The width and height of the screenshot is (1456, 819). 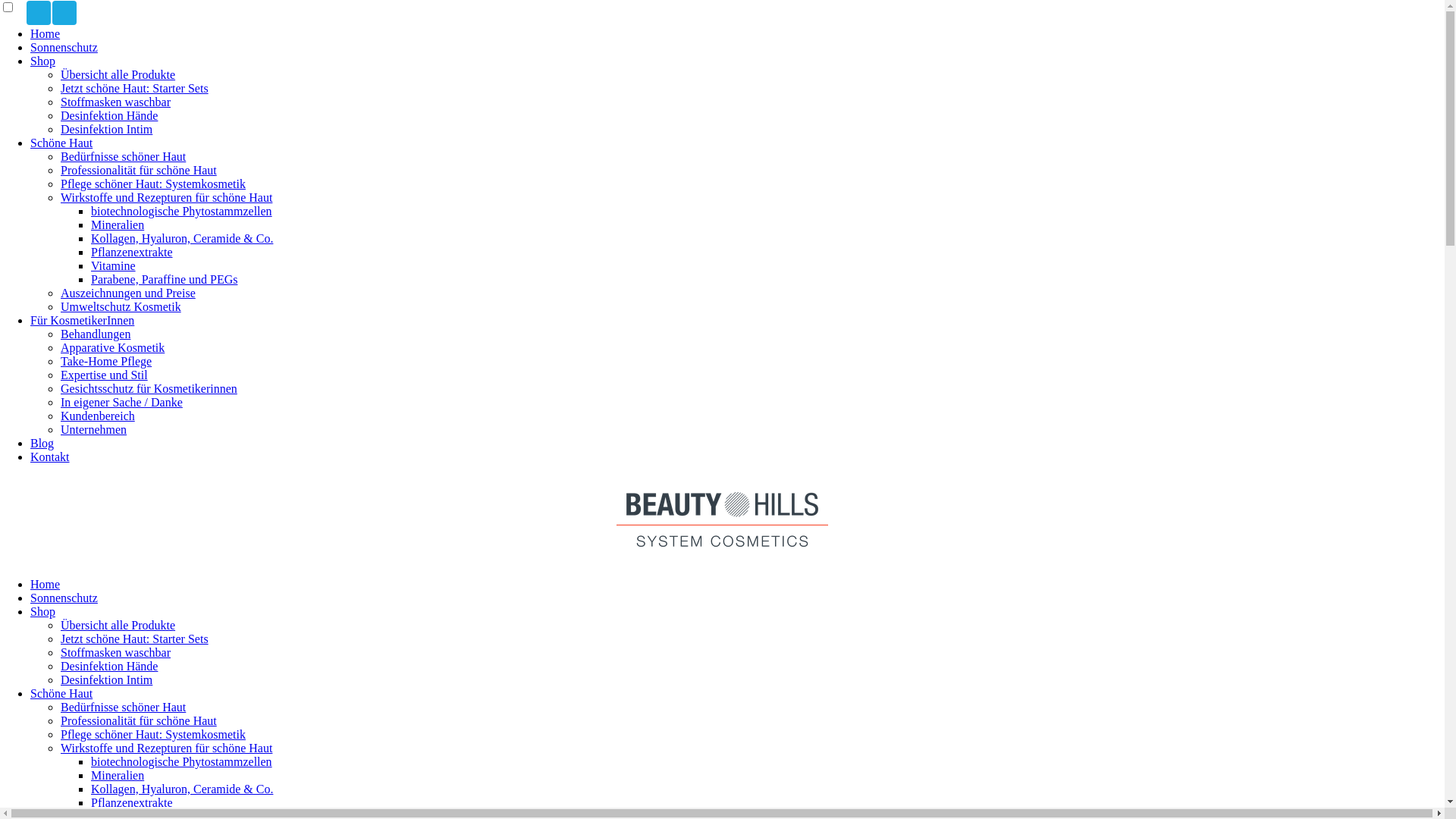 What do you see at coordinates (63, 46) in the screenshot?
I see `'Sonnenschutz'` at bounding box center [63, 46].